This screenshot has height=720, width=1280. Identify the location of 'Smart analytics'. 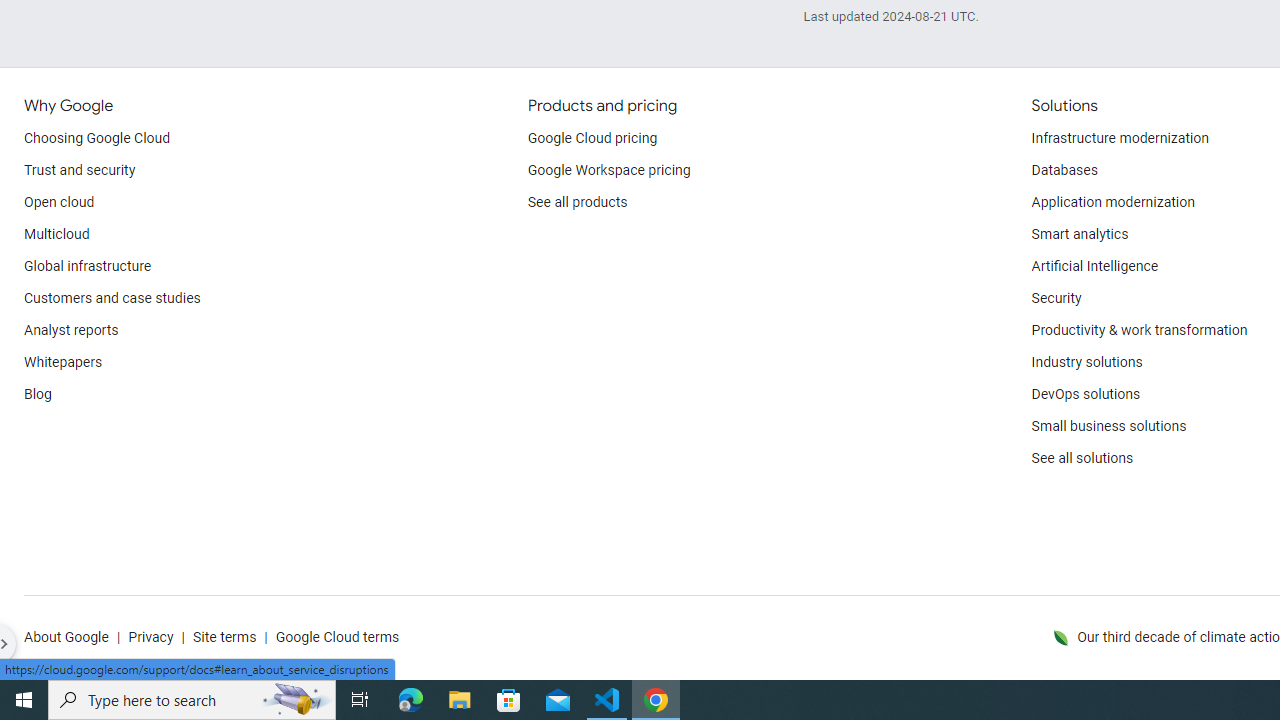
(1078, 234).